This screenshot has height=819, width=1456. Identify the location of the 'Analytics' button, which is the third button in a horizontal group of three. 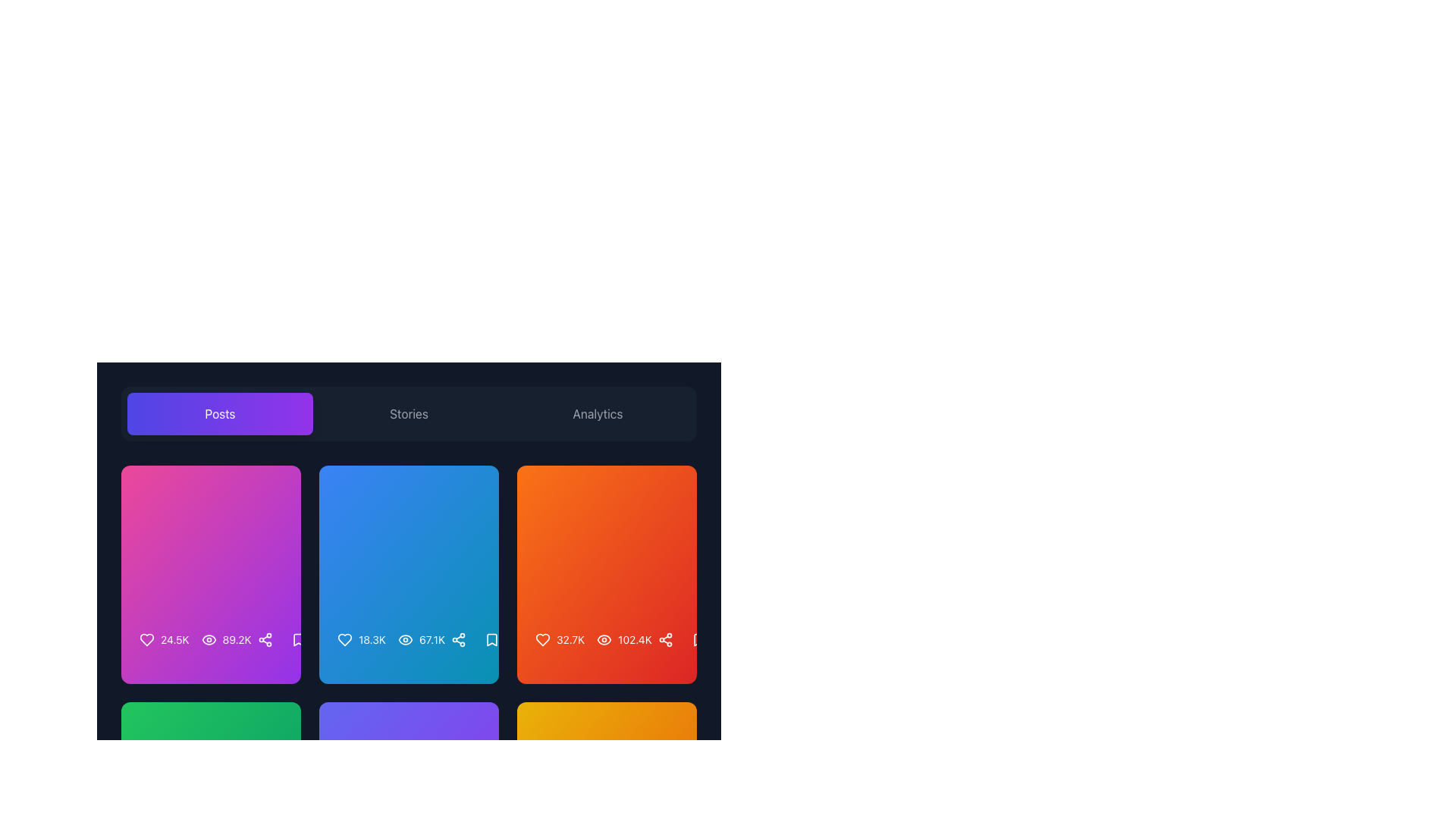
(597, 414).